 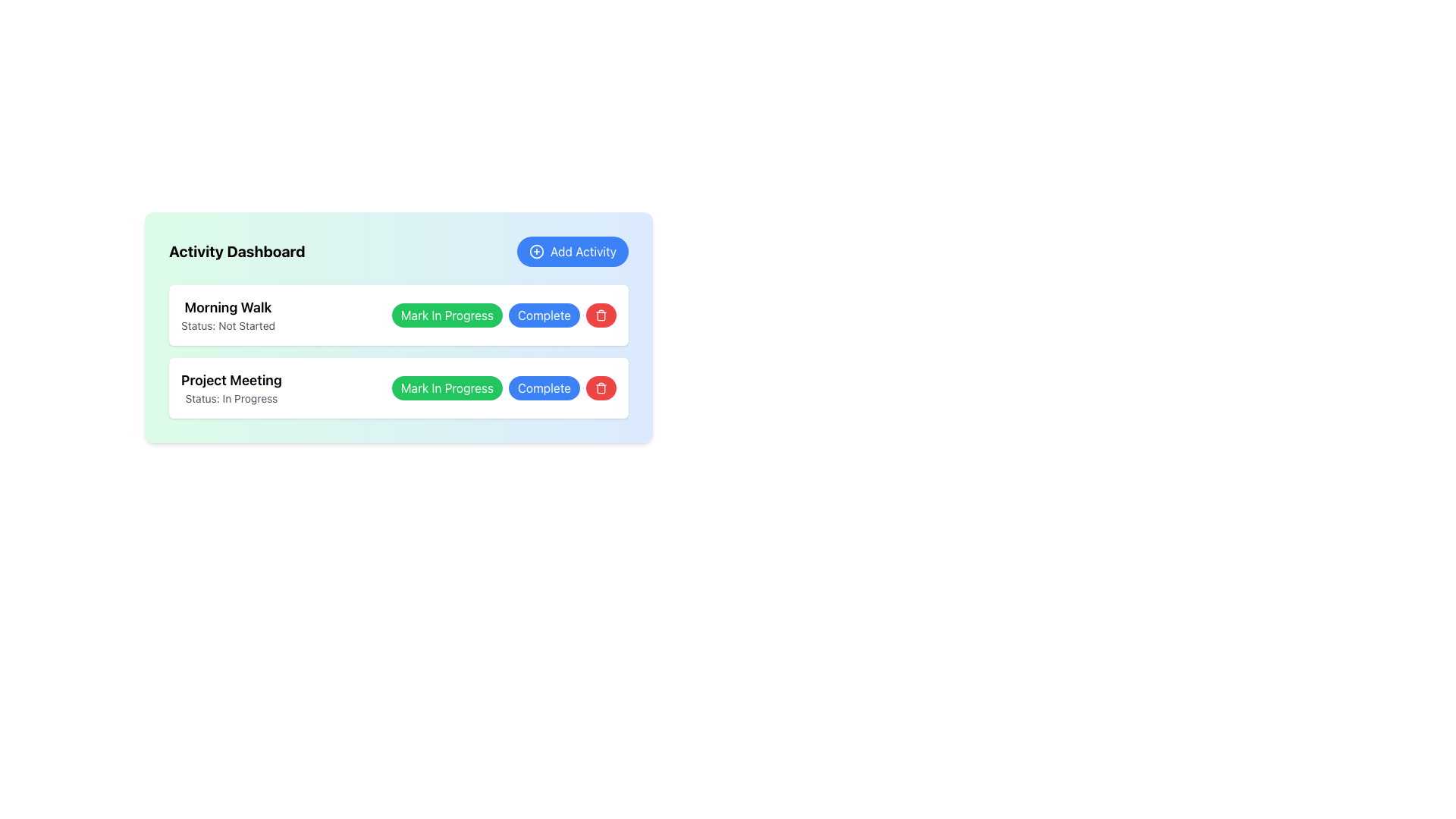 What do you see at coordinates (231, 379) in the screenshot?
I see `the bold text label 'Project Meeting' located in the second activity card under 'Activity Dashboard', which is the first textual element above the status description` at bounding box center [231, 379].